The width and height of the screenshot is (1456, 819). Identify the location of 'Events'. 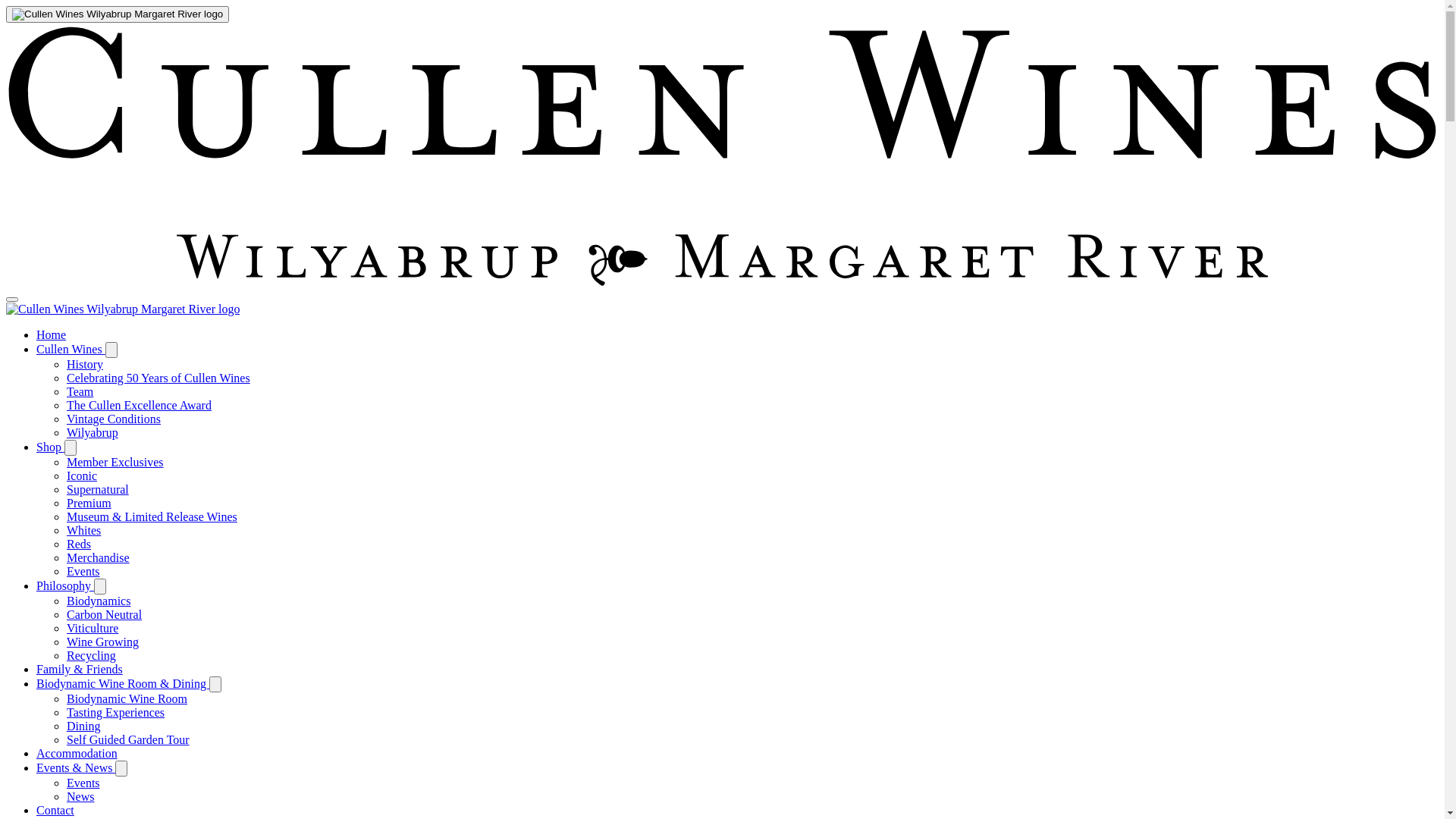
(83, 571).